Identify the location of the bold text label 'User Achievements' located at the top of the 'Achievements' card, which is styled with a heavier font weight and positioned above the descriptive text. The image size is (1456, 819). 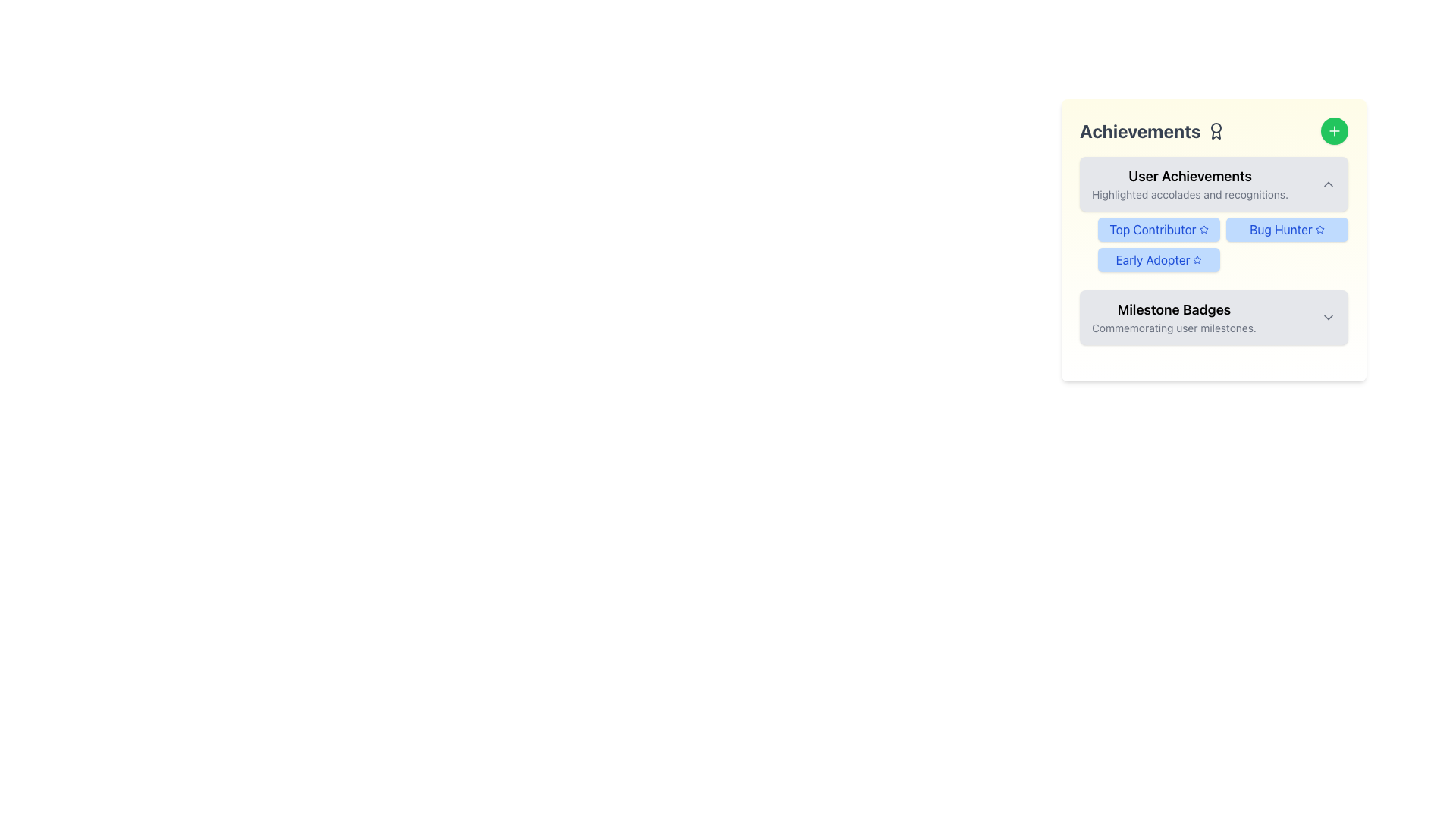
(1189, 175).